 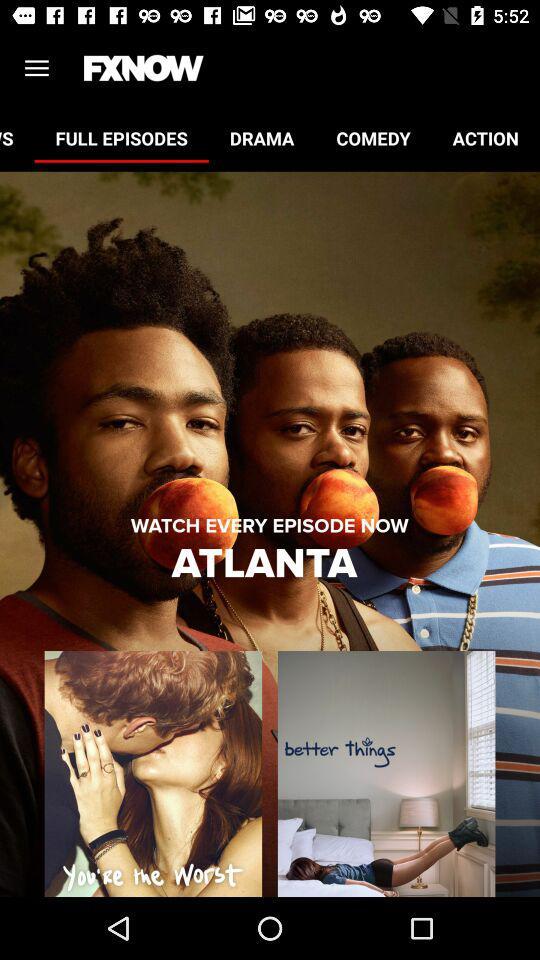 I want to click on item above the all shows icon, so click(x=36, y=68).